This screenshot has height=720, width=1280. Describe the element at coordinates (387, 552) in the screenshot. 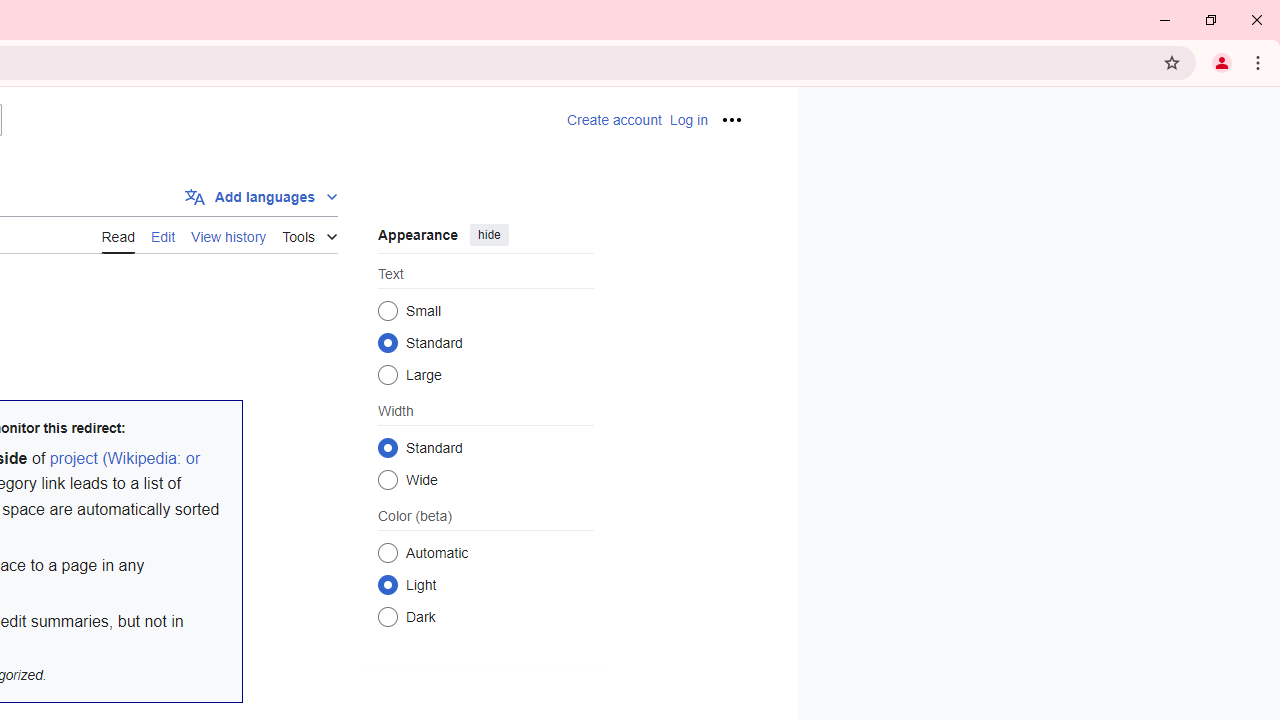

I see `'Automatic'` at that location.